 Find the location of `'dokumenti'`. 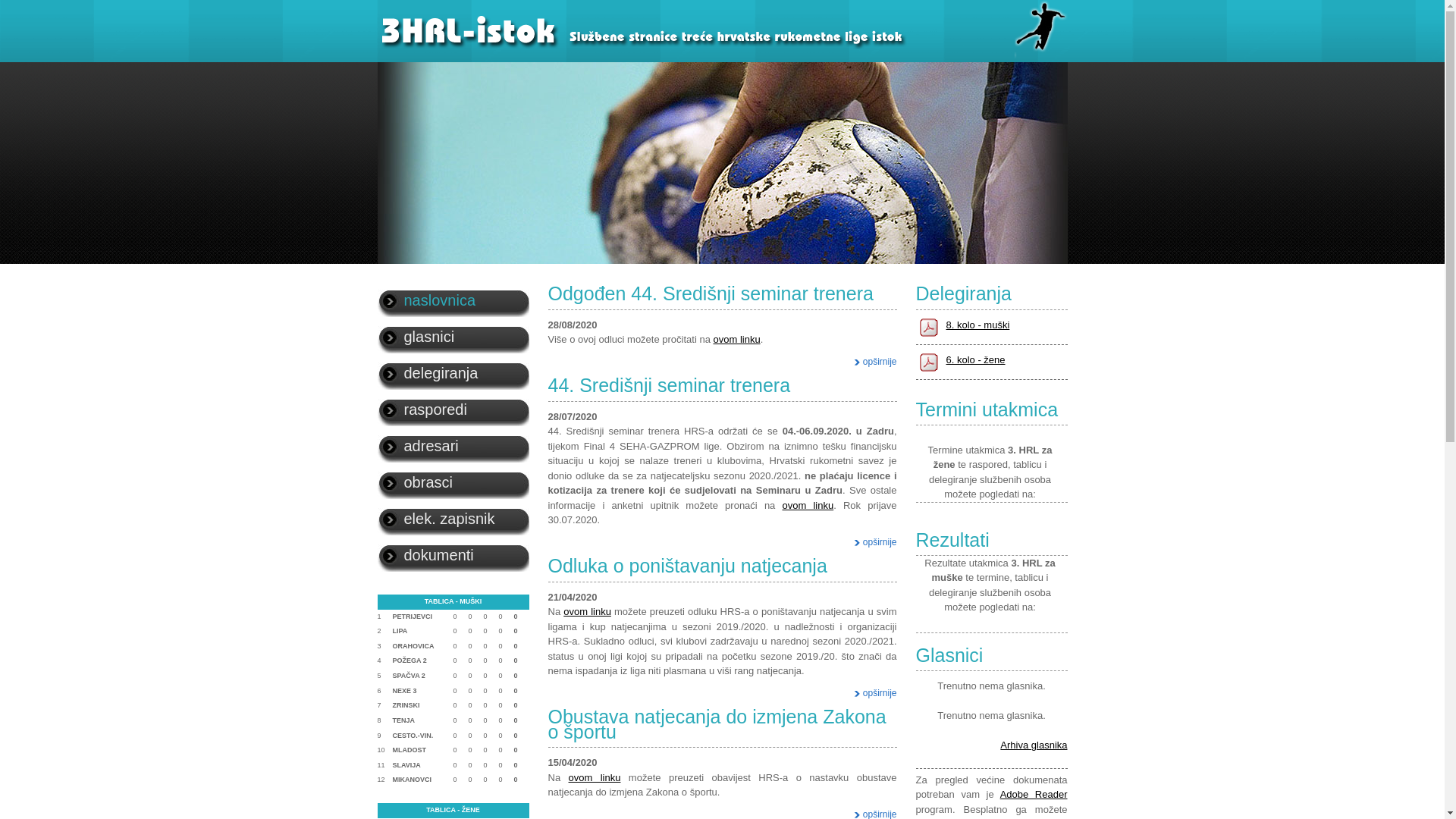

'dokumenti' is located at coordinates (453, 555).